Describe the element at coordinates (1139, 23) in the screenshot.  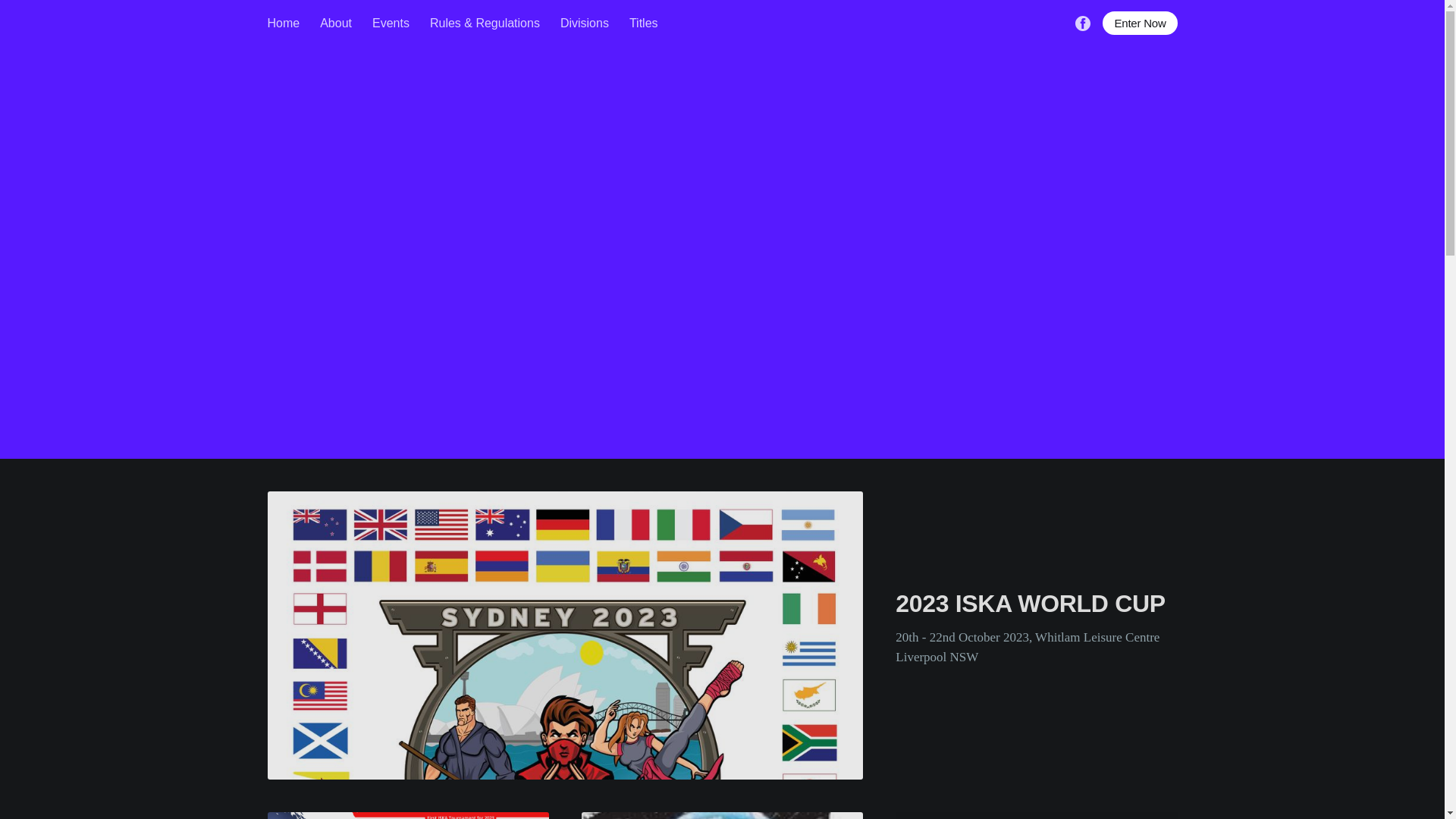
I see `'Enter Now'` at that location.